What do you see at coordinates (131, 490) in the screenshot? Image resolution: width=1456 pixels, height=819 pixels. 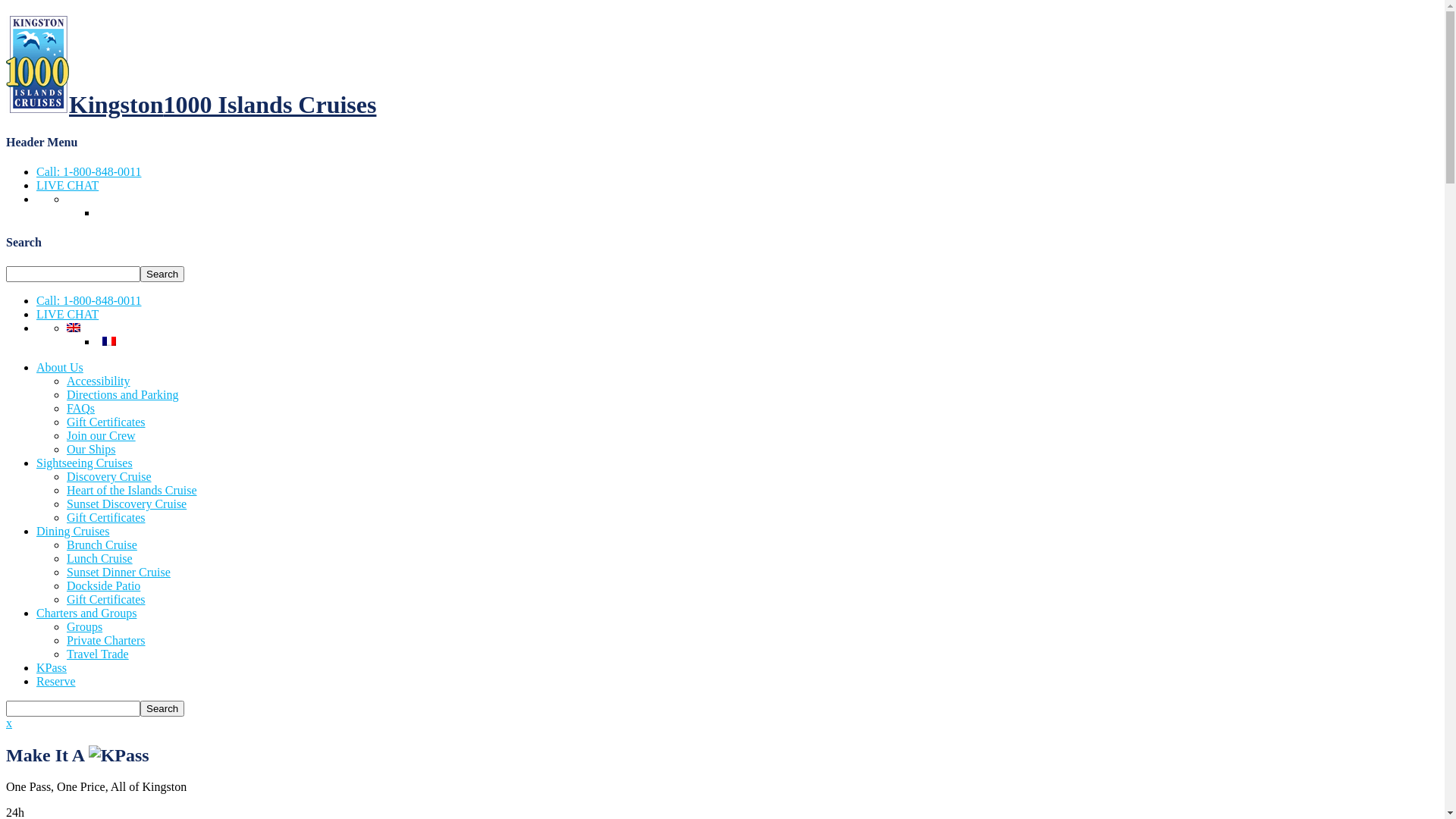 I see `'Heart of the Islands Cruise'` at bounding box center [131, 490].